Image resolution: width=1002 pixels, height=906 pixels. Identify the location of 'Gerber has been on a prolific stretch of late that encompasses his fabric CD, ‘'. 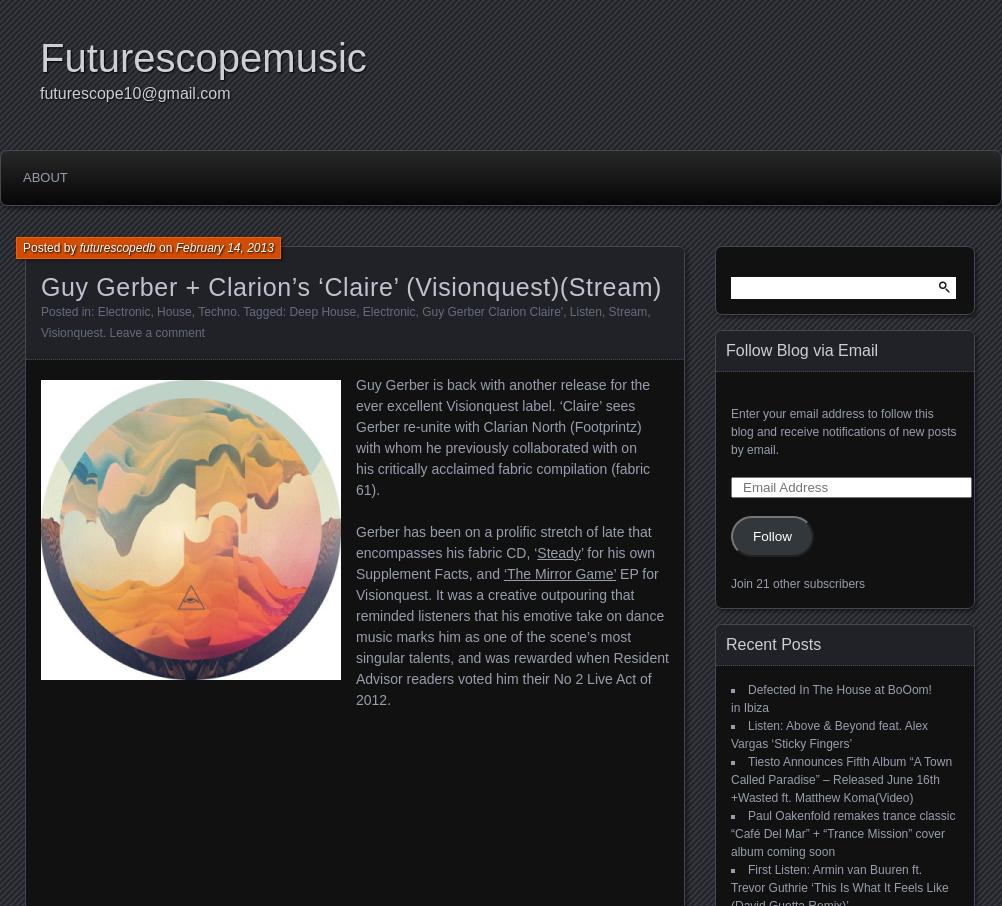
(503, 542).